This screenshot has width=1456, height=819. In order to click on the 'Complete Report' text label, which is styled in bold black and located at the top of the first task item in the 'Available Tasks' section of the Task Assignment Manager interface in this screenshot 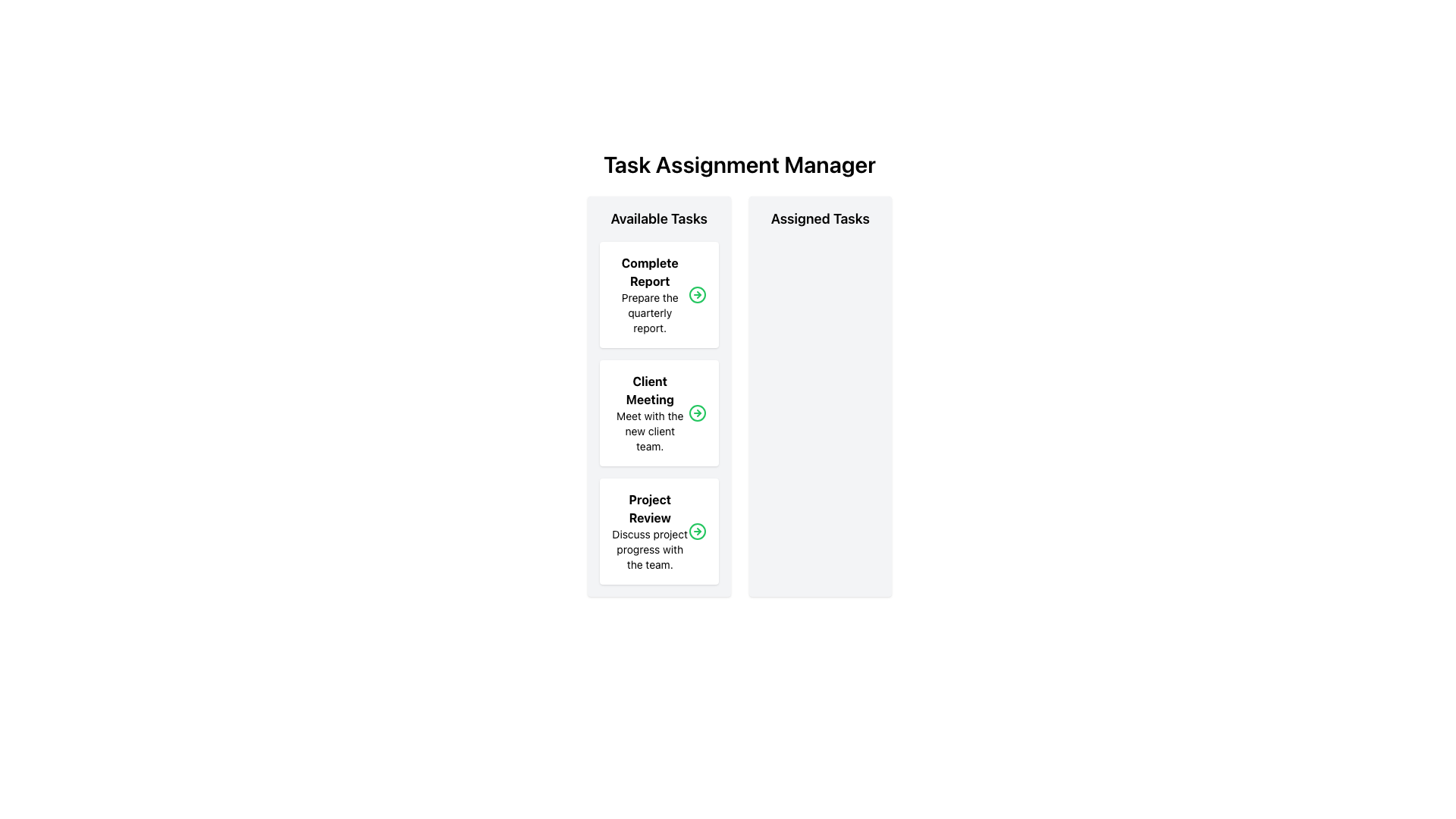, I will do `click(650, 271)`.